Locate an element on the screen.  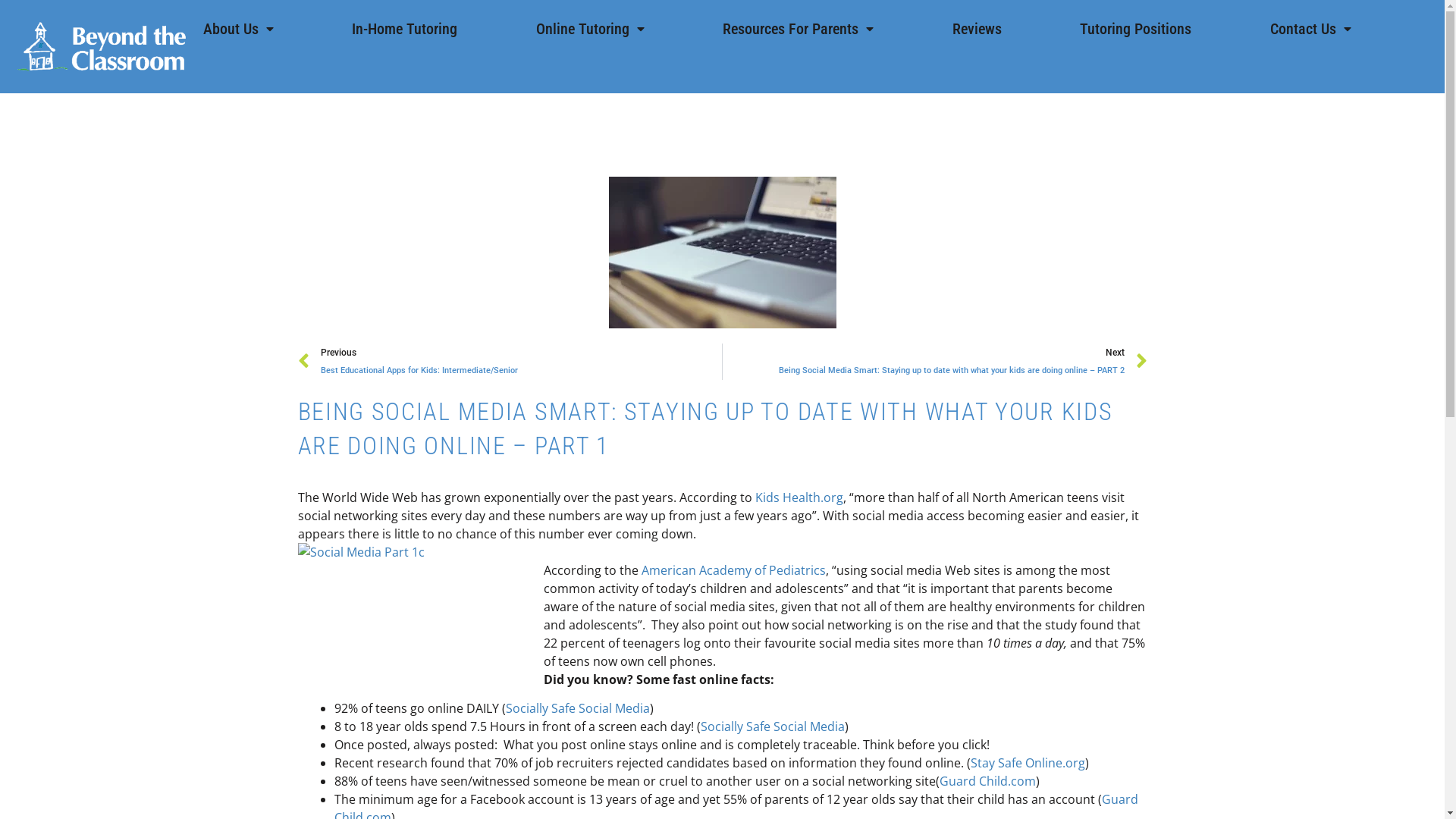
'About Us' is located at coordinates (237, 29).